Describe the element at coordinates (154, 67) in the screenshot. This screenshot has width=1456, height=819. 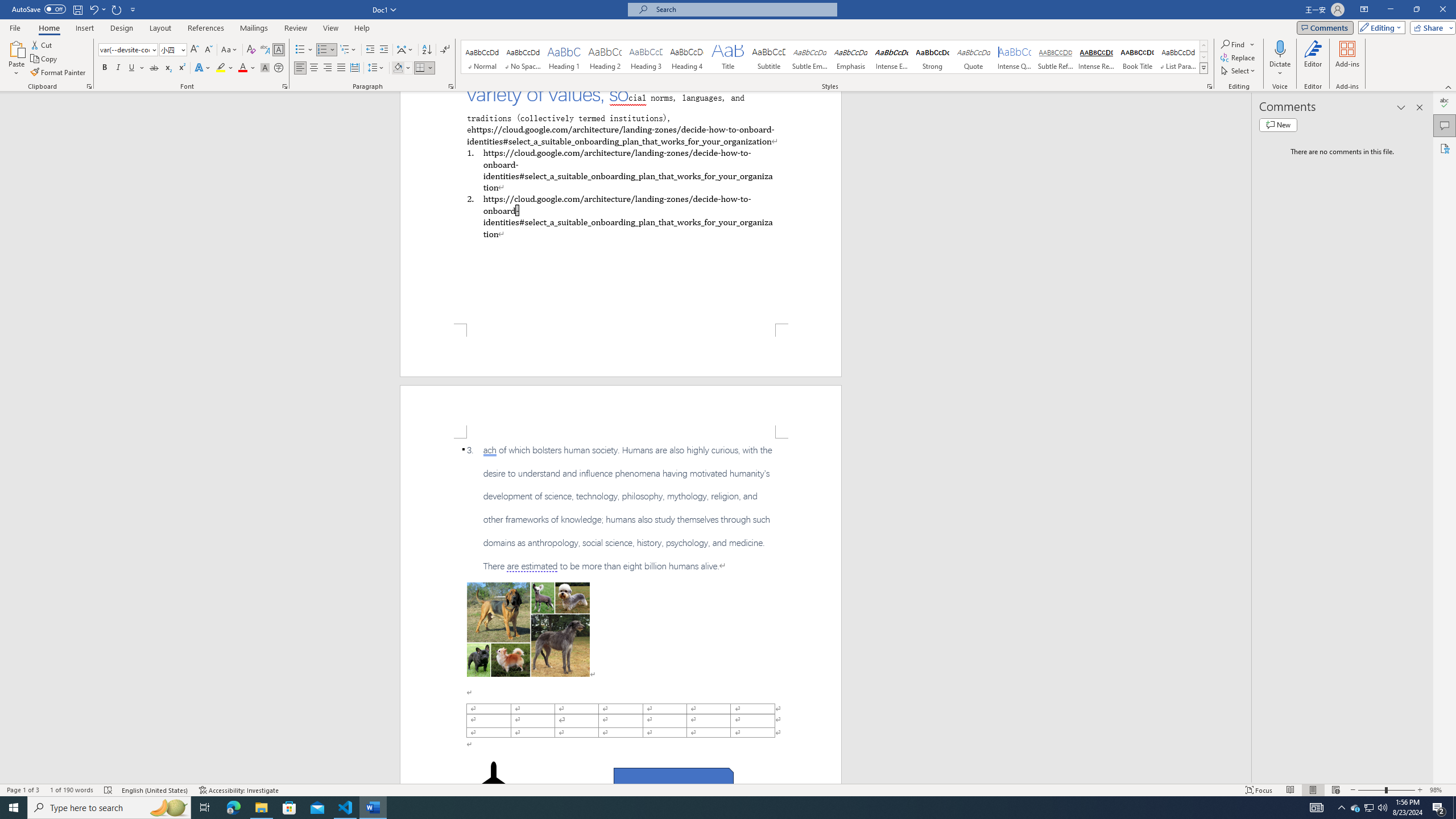
I see `'Strikethrough'` at that location.